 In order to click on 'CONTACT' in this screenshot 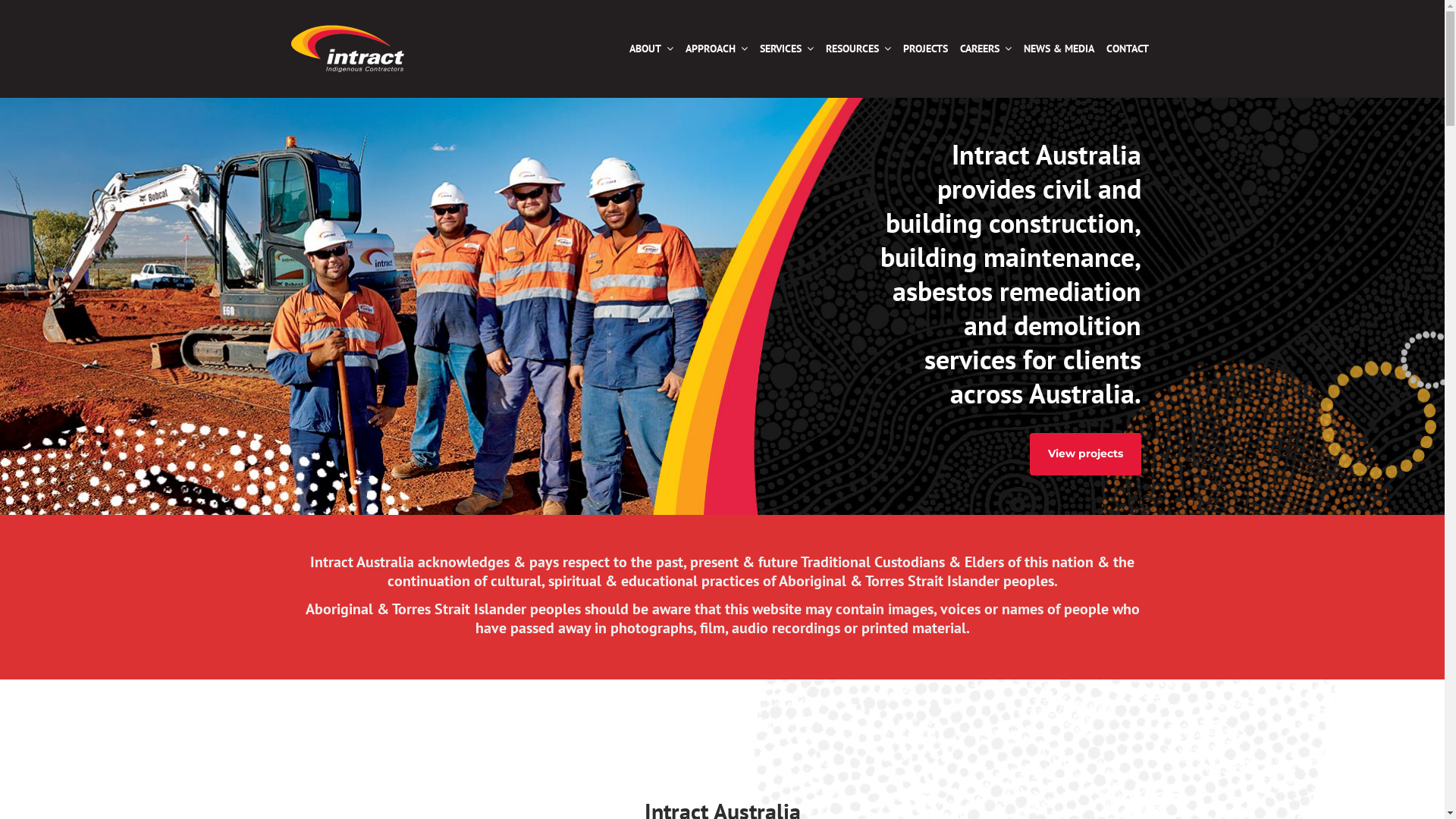, I will do `click(1127, 48)`.